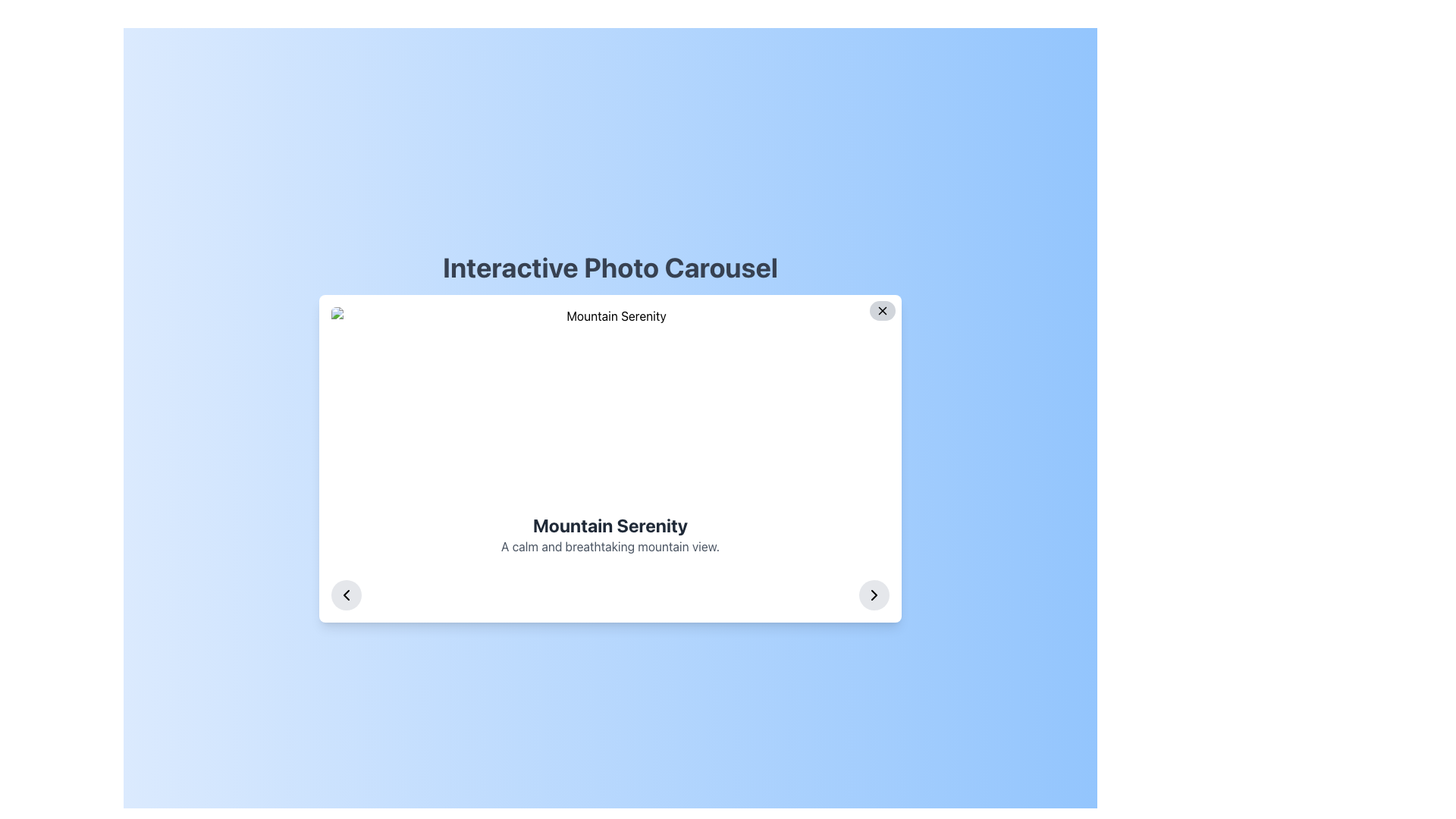  Describe the element at coordinates (882, 309) in the screenshot. I see `the circular button with a dark gray 'X' icon located at the top-right corner of the modal` at that location.